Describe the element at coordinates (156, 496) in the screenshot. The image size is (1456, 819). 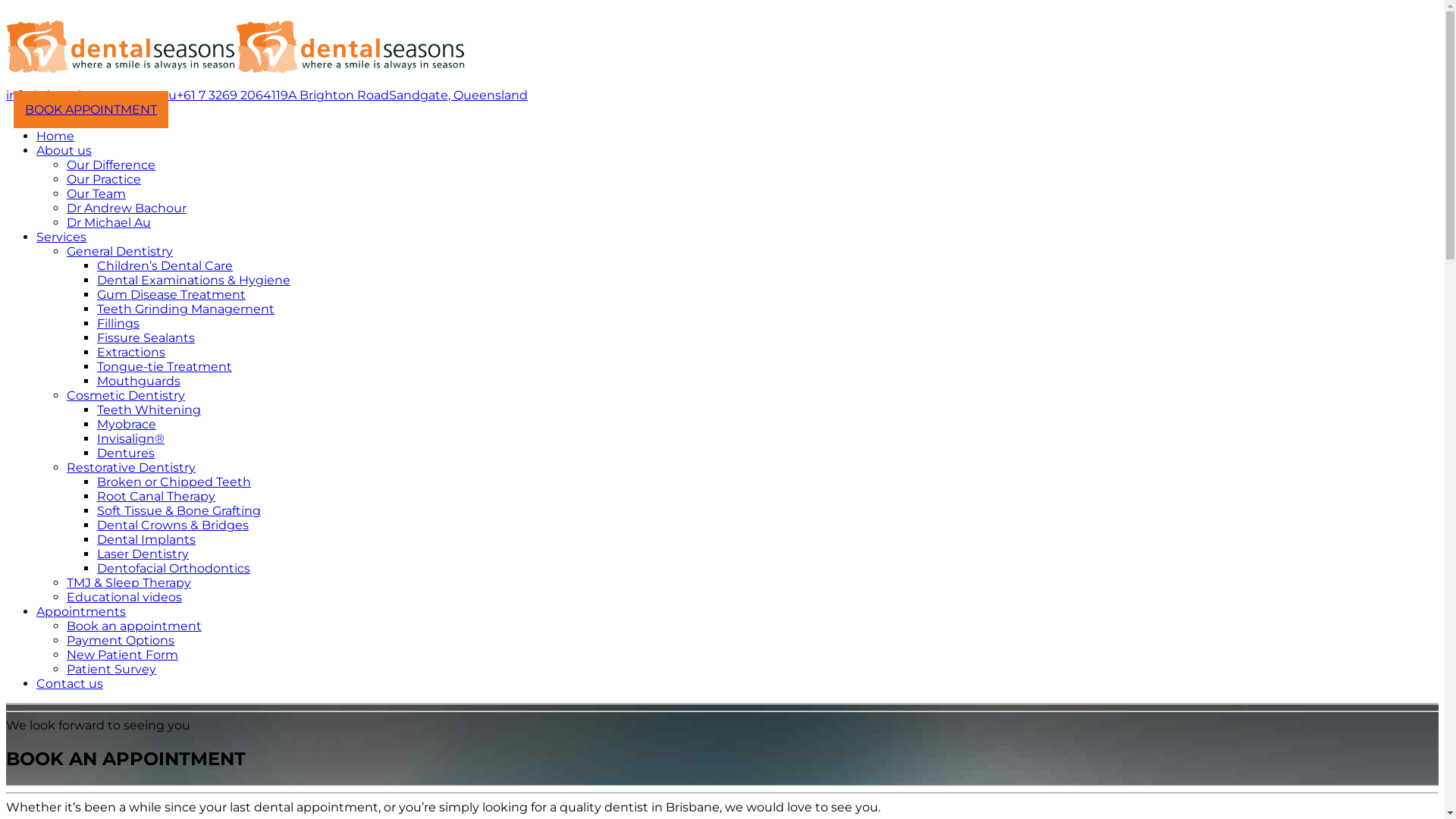
I see `'Root Canal Therapy'` at that location.